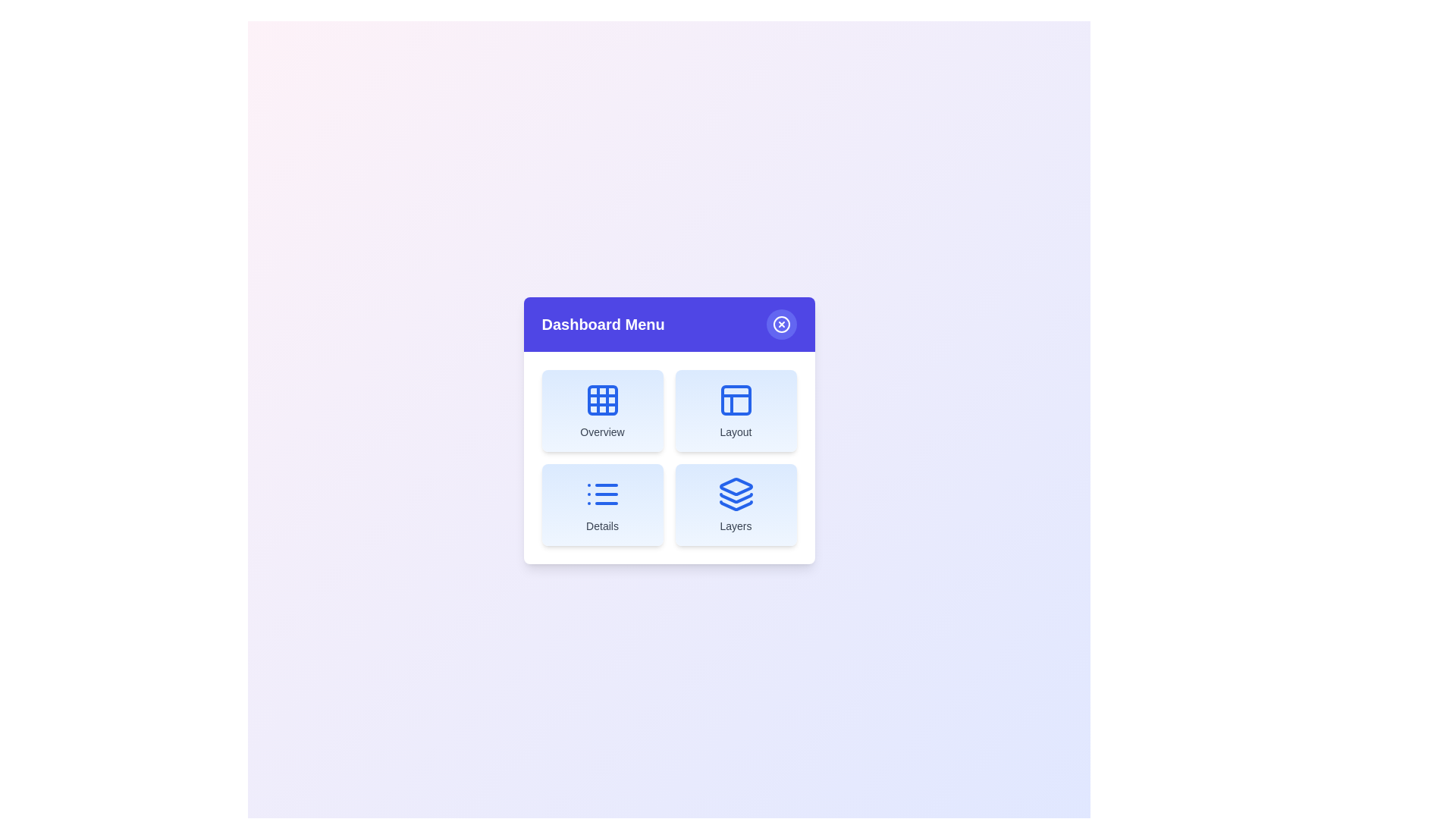 This screenshot has width=1456, height=819. Describe the element at coordinates (602, 324) in the screenshot. I see `the 'Dashboard Menu' header text` at that location.